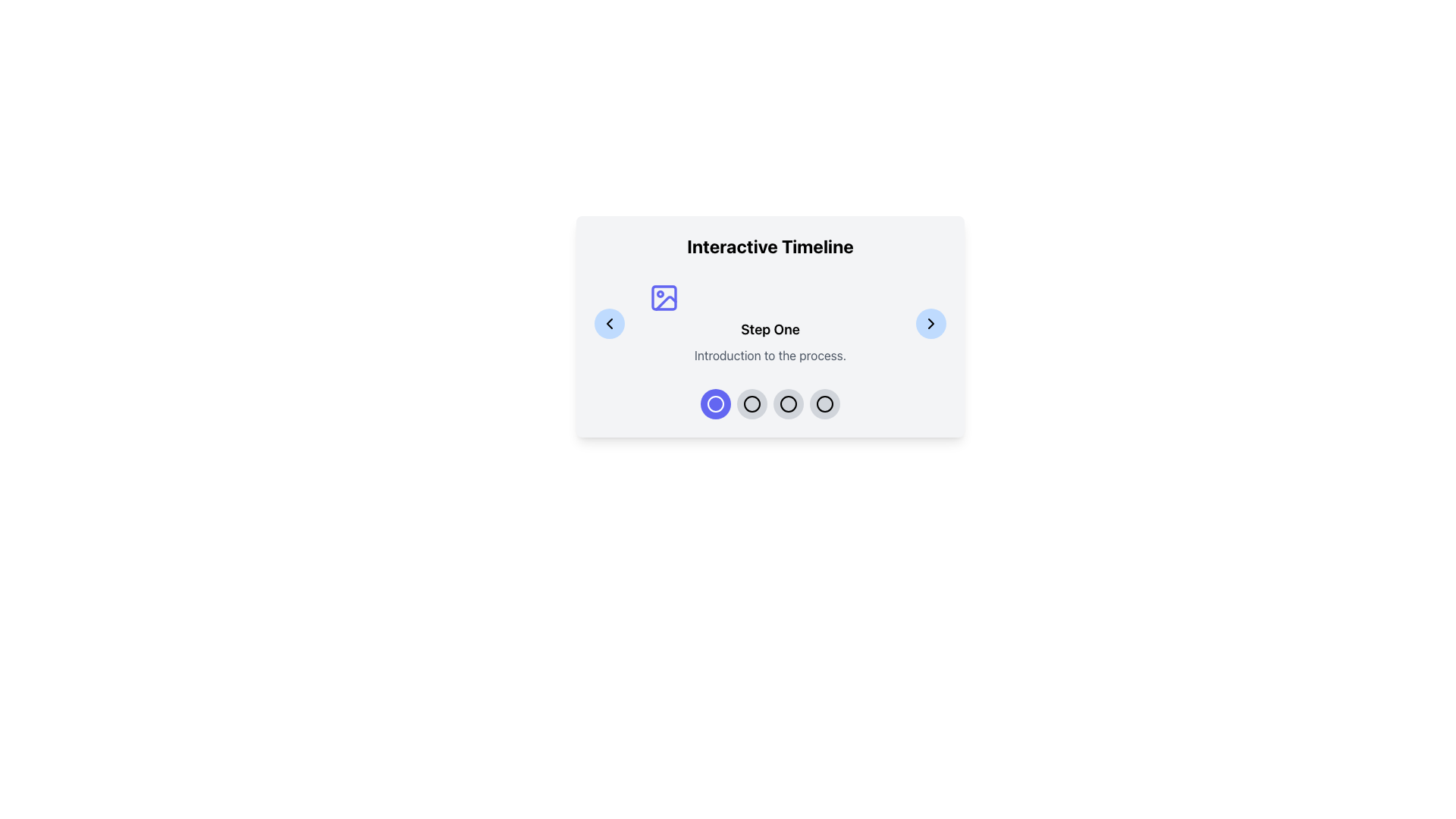  Describe the element at coordinates (789, 403) in the screenshot. I see `the graphical representation of the third circular SVG element from the left, located below the text 'Step One'` at that location.